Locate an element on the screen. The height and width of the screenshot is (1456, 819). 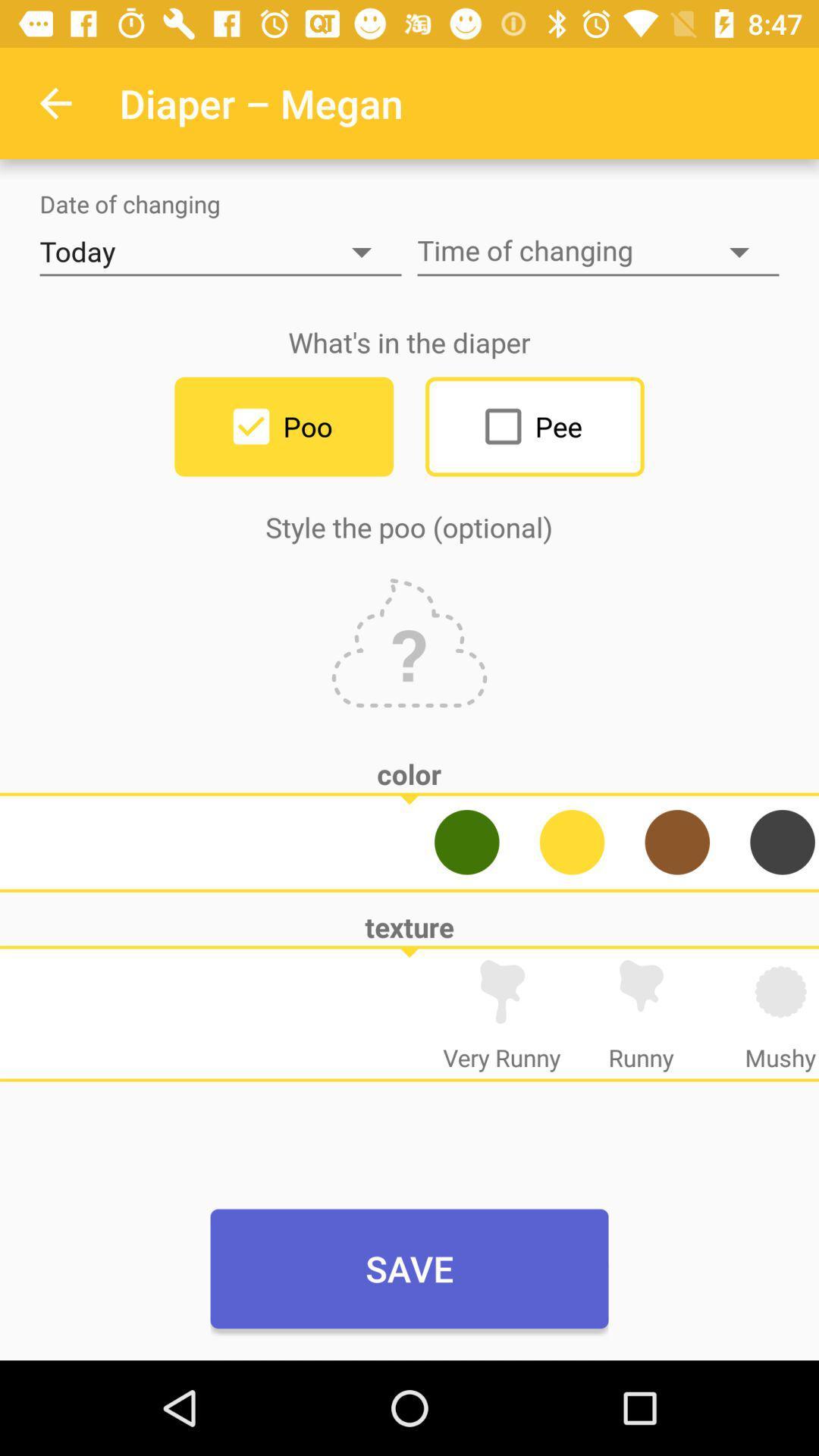
green for poo is located at coordinates (466, 841).